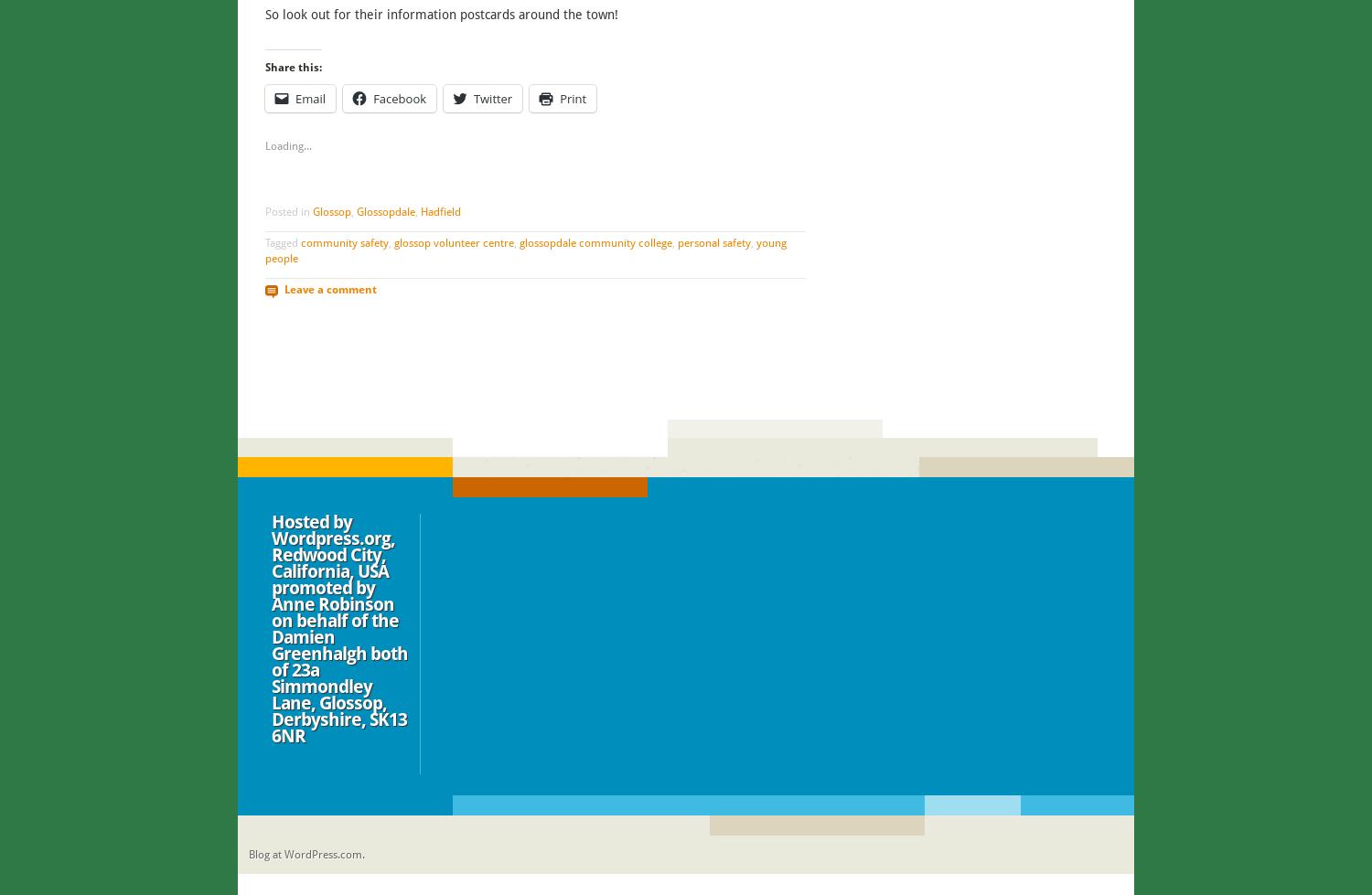  Describe the element at coordinates (305, 854) in the screenshot. I see `'Blog at WordPress.com.'` at that location.